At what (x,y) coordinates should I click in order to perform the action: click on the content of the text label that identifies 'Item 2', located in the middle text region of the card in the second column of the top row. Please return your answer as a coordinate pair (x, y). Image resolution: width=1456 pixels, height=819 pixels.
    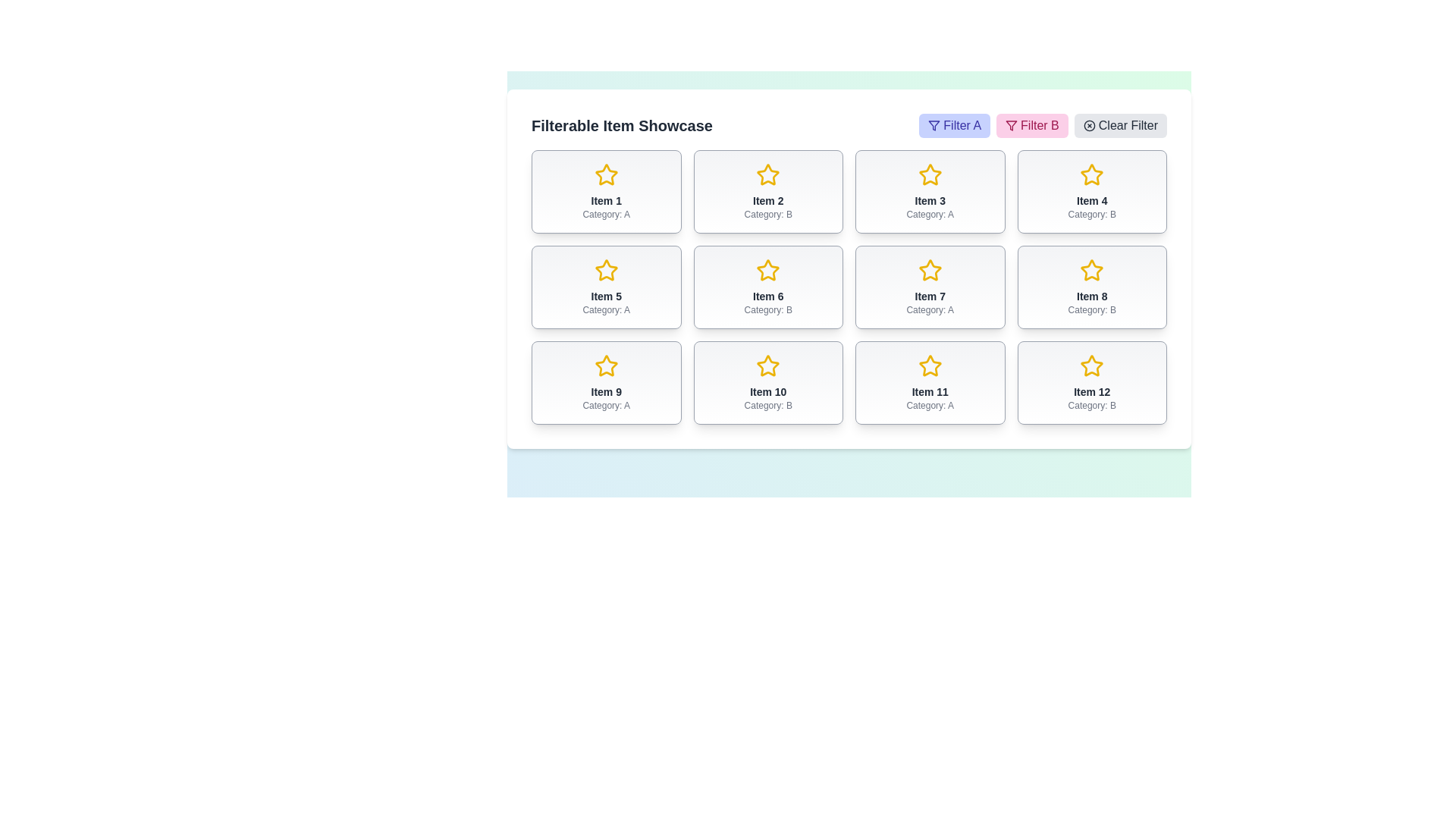
    Looking at the image, I should click on (768, 200).